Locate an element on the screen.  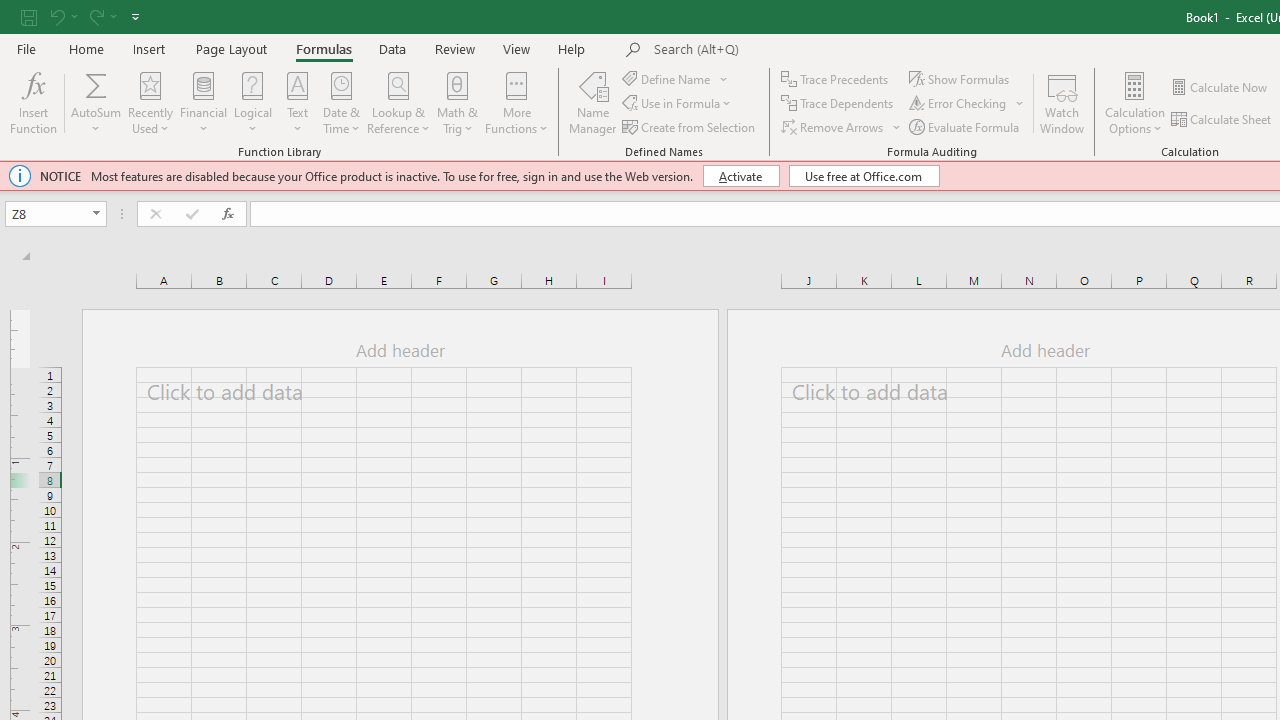
'Activate' is located at coordinates (740, 175).